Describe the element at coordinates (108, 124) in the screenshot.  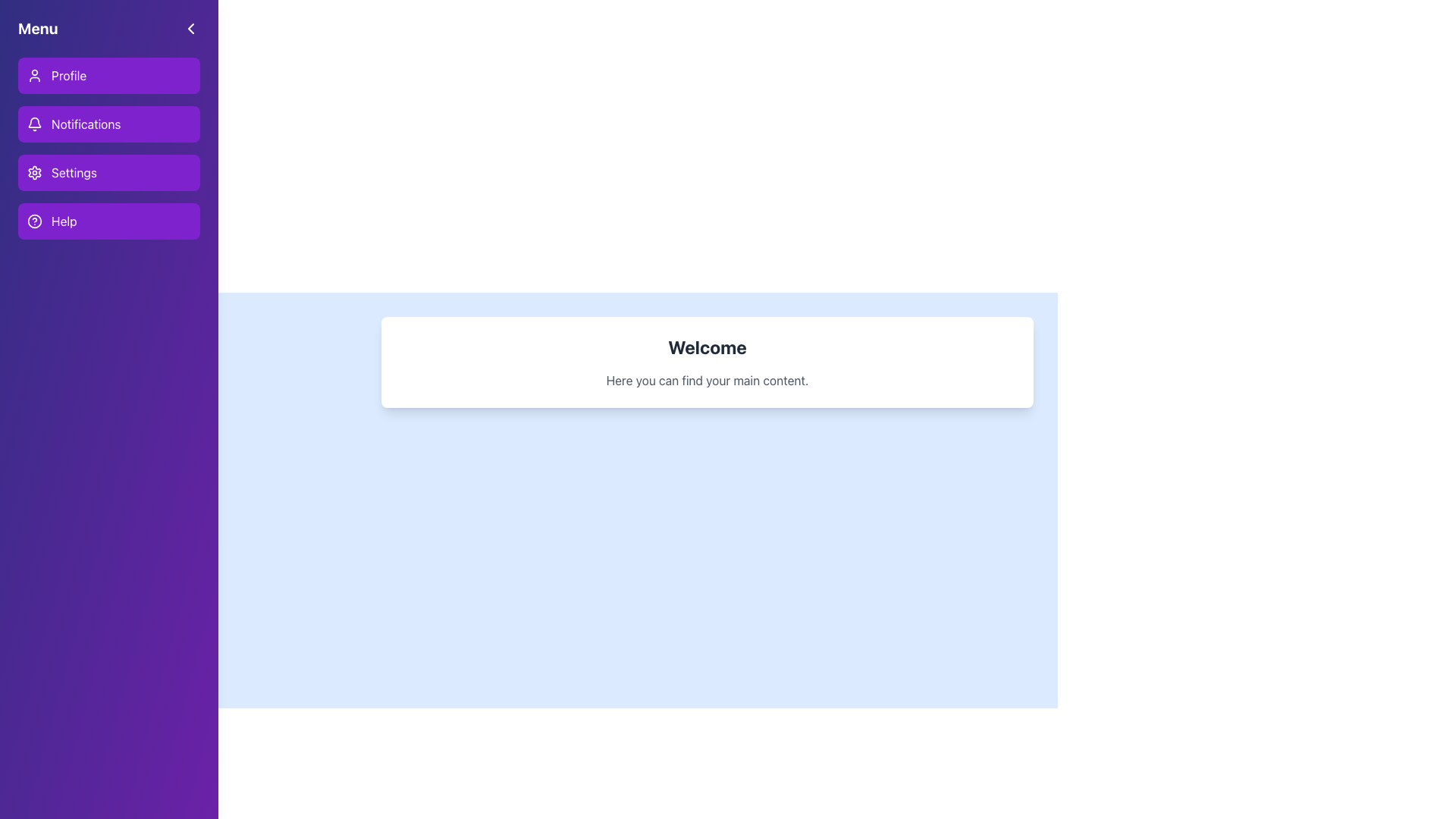
I see `the 'Notifications' button with a purple background and bell icon` at that location.